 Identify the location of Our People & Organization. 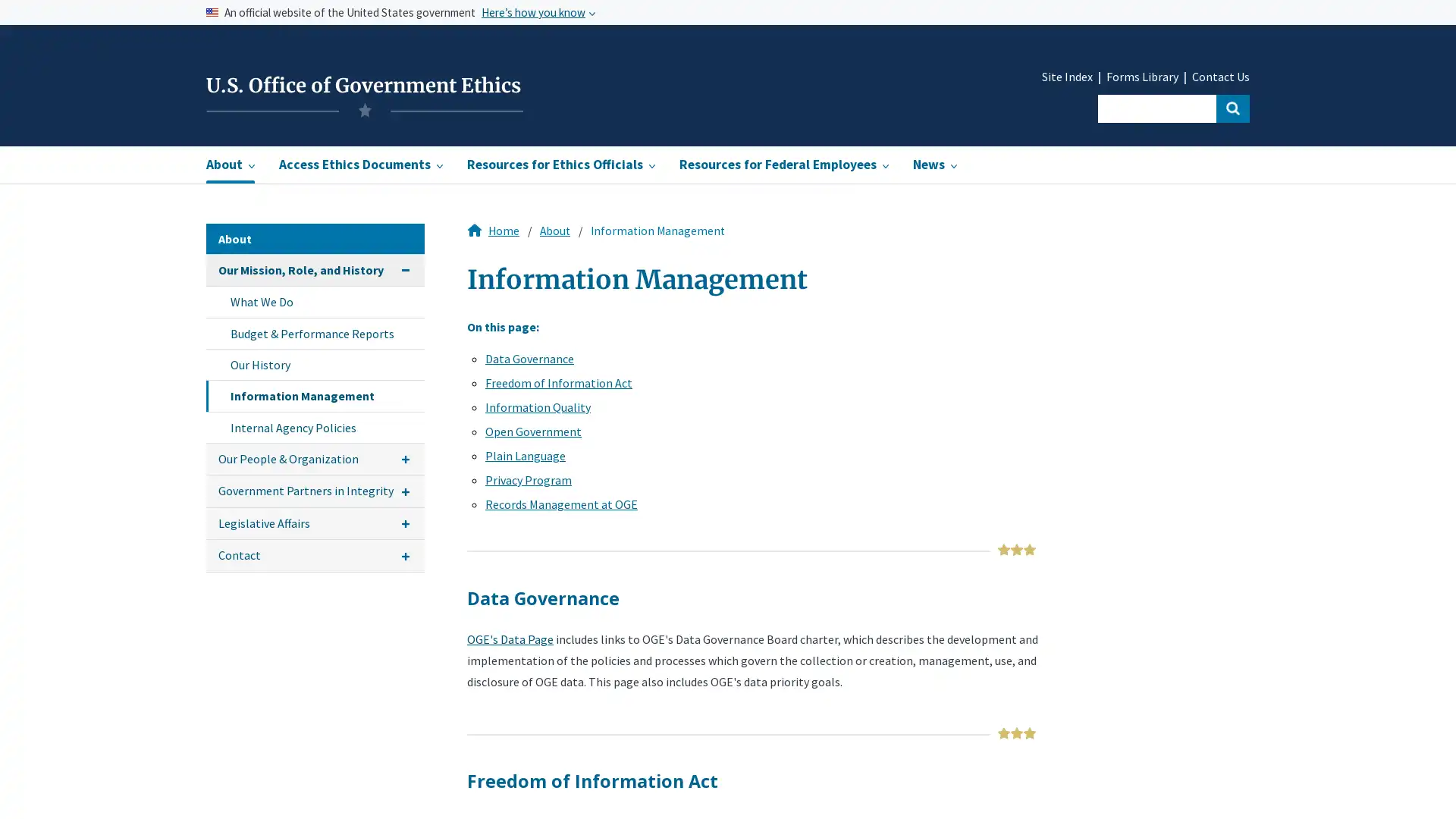
(315, 458).